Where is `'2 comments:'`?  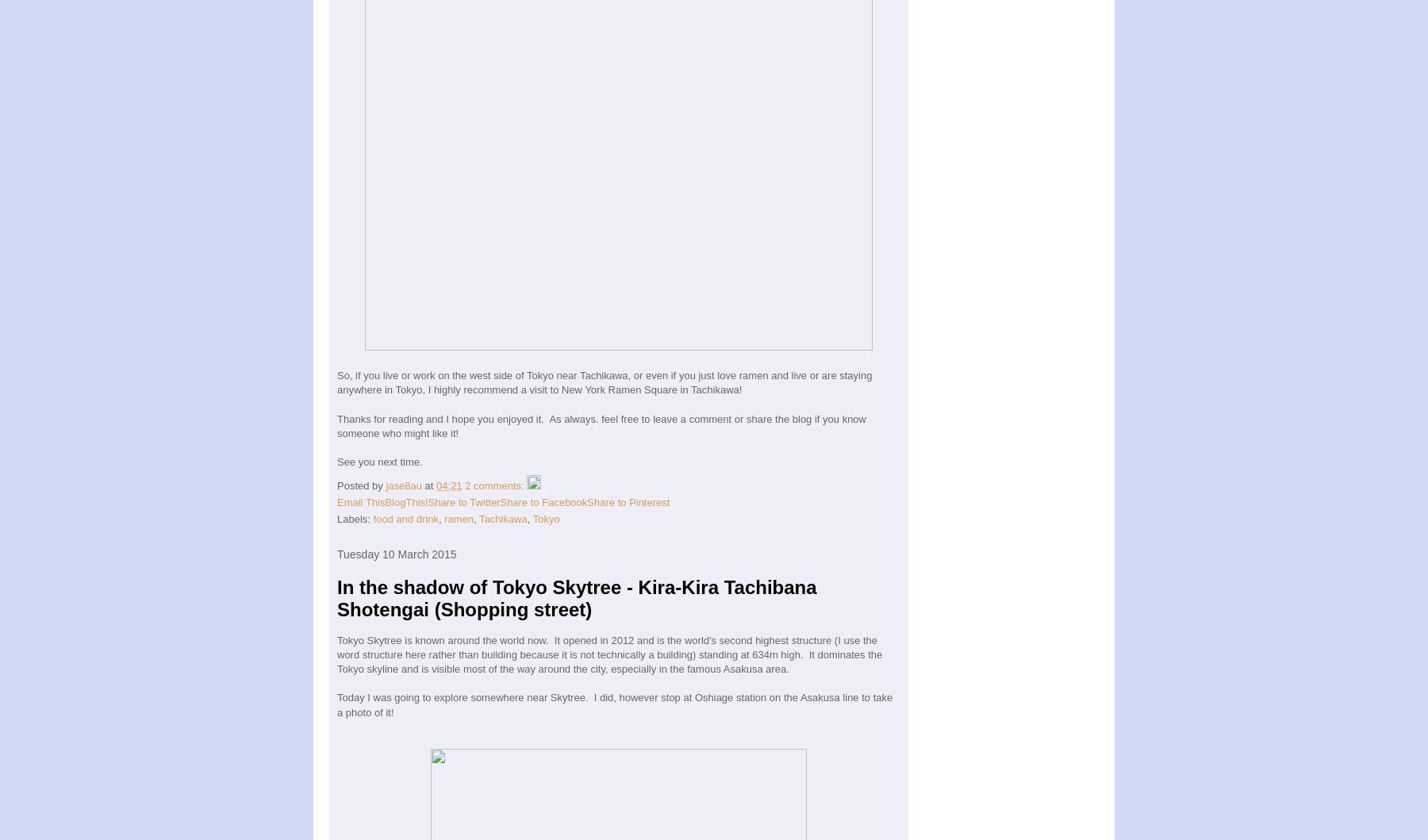 '2 comments:' is located at coordinates (495, 485).